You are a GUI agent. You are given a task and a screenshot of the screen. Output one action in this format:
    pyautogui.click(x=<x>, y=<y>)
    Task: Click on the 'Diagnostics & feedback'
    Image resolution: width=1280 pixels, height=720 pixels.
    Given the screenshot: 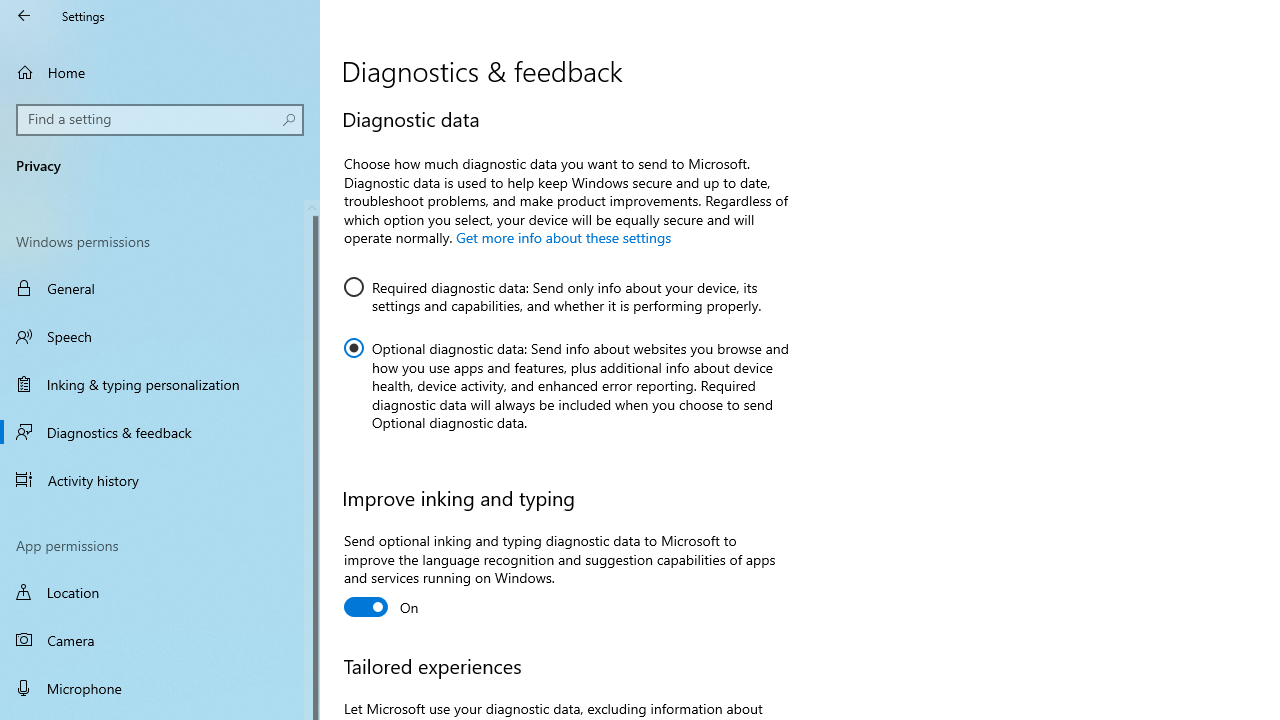 What is the action you would take?
    pyautogui.click(x=160, y=431)
    